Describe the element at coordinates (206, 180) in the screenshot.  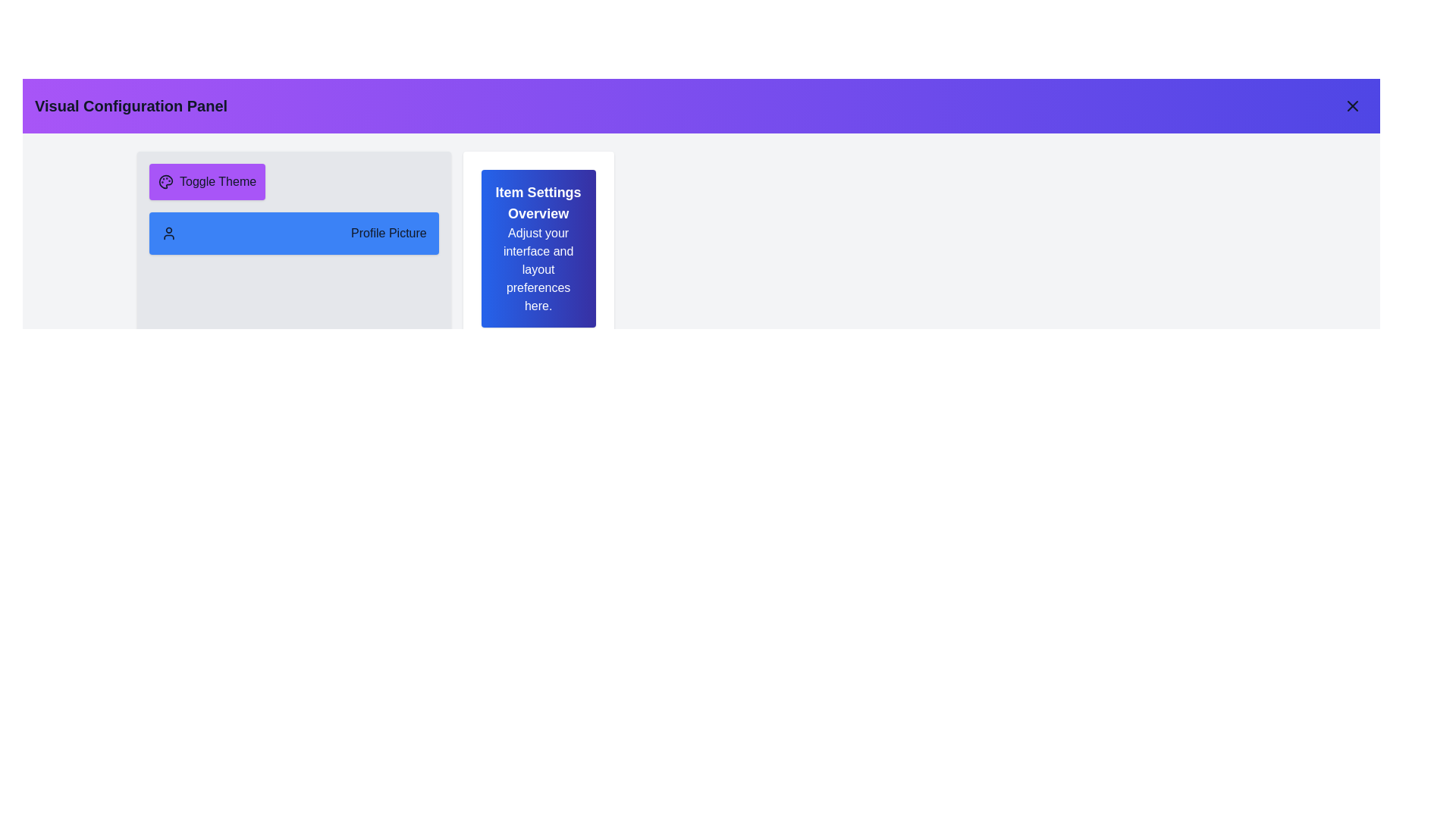
I see `the 'Toggle Theme' button with a purple background, rounded corners, and a palette icon` at that location.